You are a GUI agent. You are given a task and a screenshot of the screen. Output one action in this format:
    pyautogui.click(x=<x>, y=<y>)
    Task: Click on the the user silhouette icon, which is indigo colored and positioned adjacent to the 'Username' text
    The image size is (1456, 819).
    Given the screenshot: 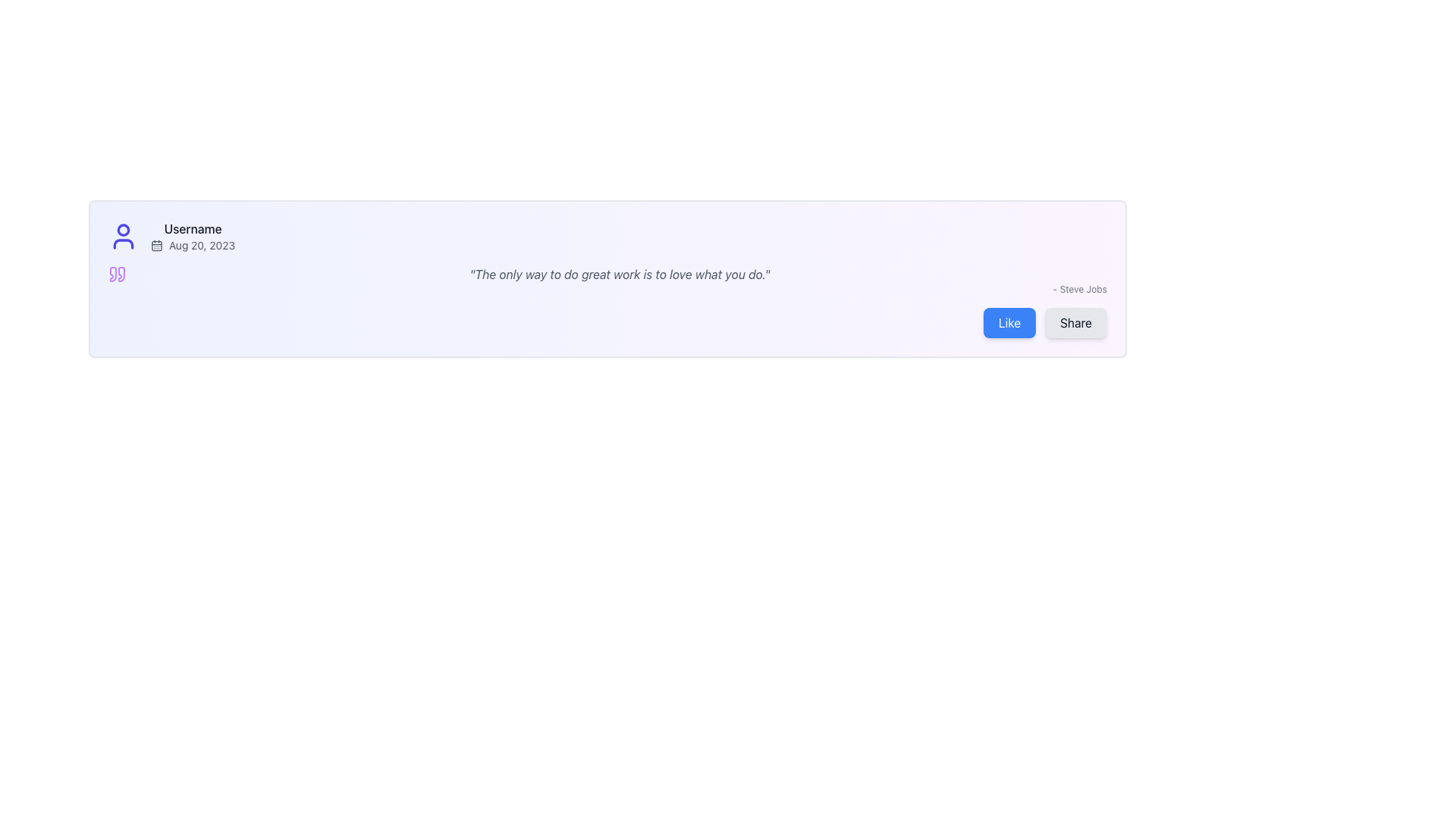 What is the action you would take?
    pyautogui.click(x=124, y=237)
    